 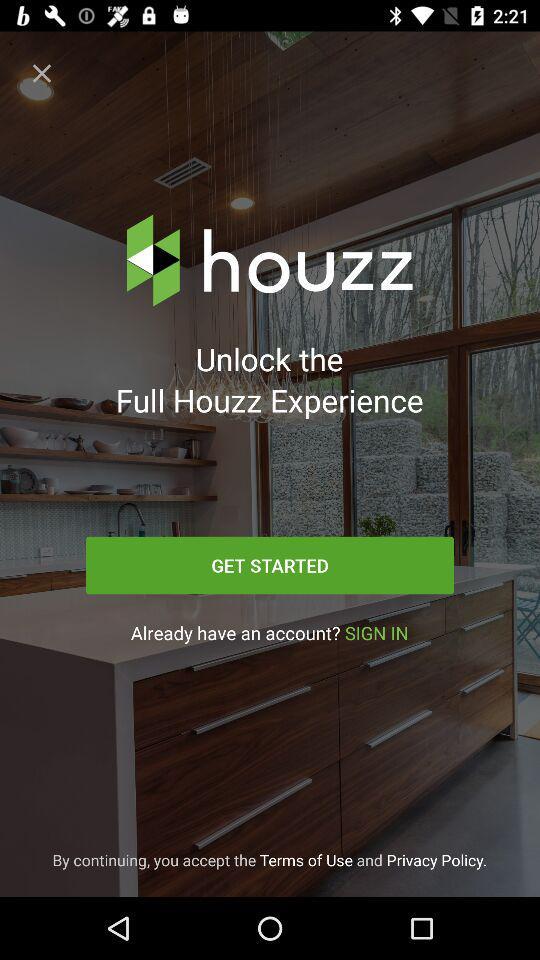 I want to click on the icon at the top left corner, so click(x=42, y=73).